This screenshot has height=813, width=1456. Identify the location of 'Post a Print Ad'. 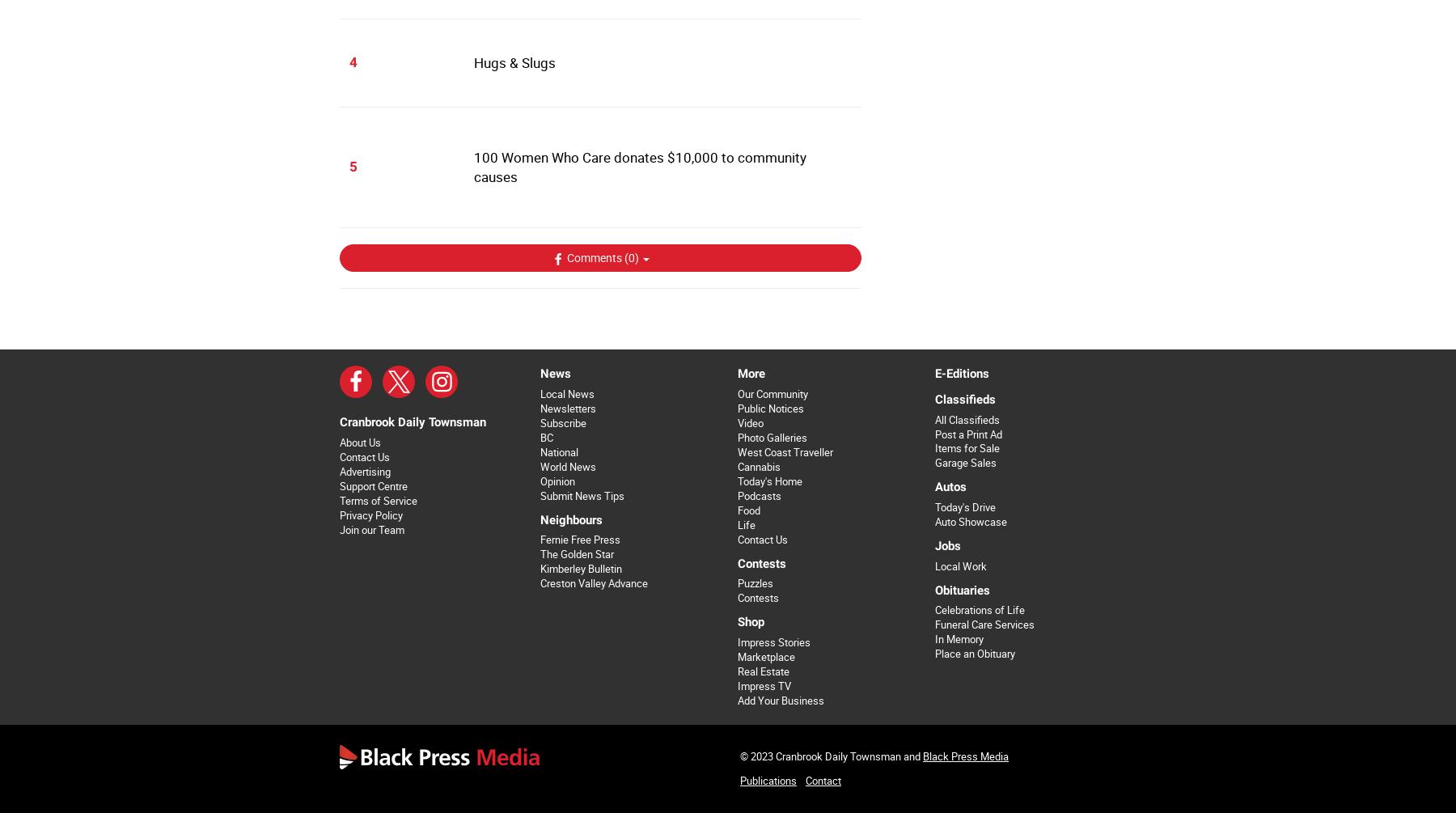
(967, 433).